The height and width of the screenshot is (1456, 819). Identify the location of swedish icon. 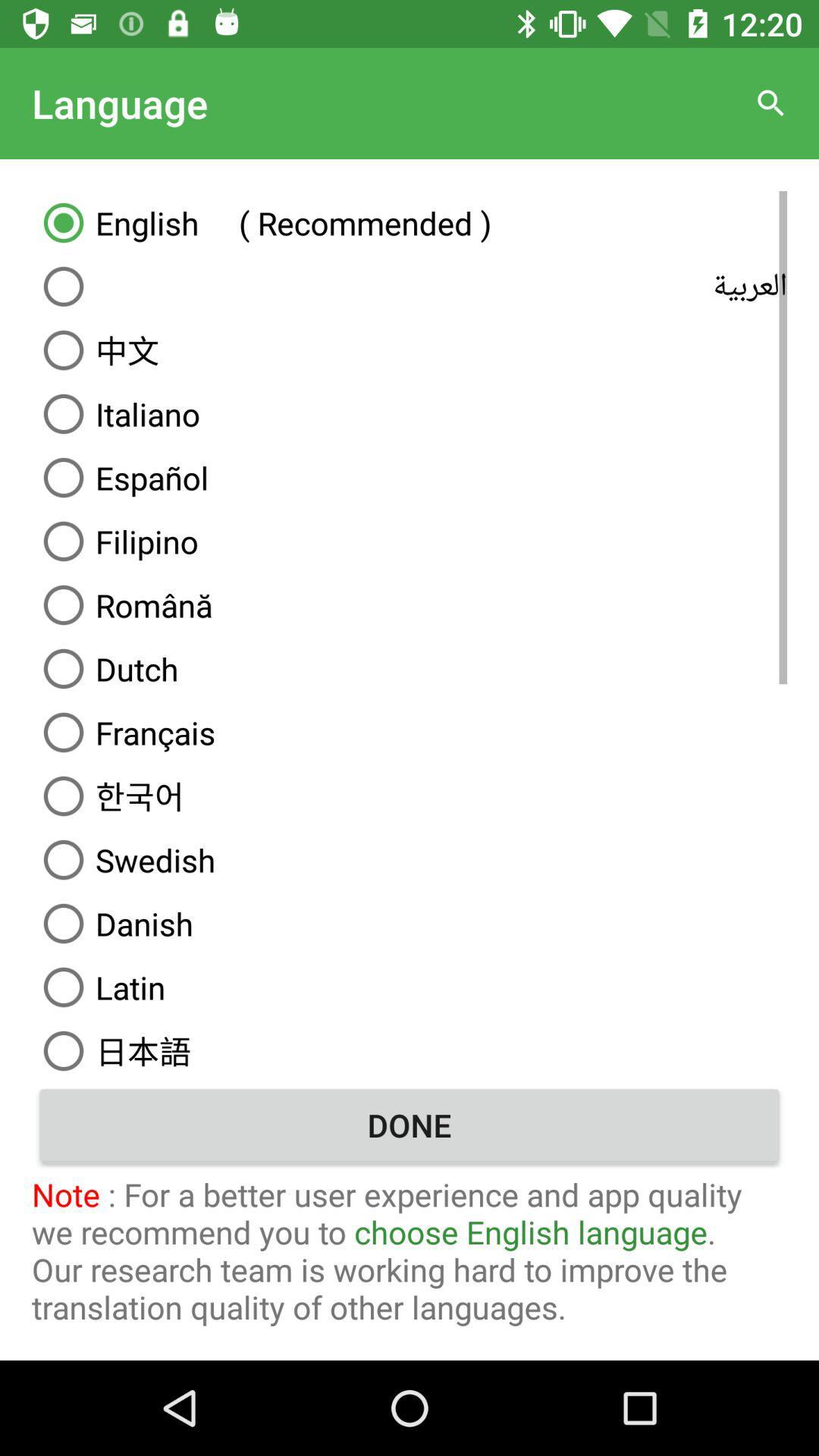
(409, 859).